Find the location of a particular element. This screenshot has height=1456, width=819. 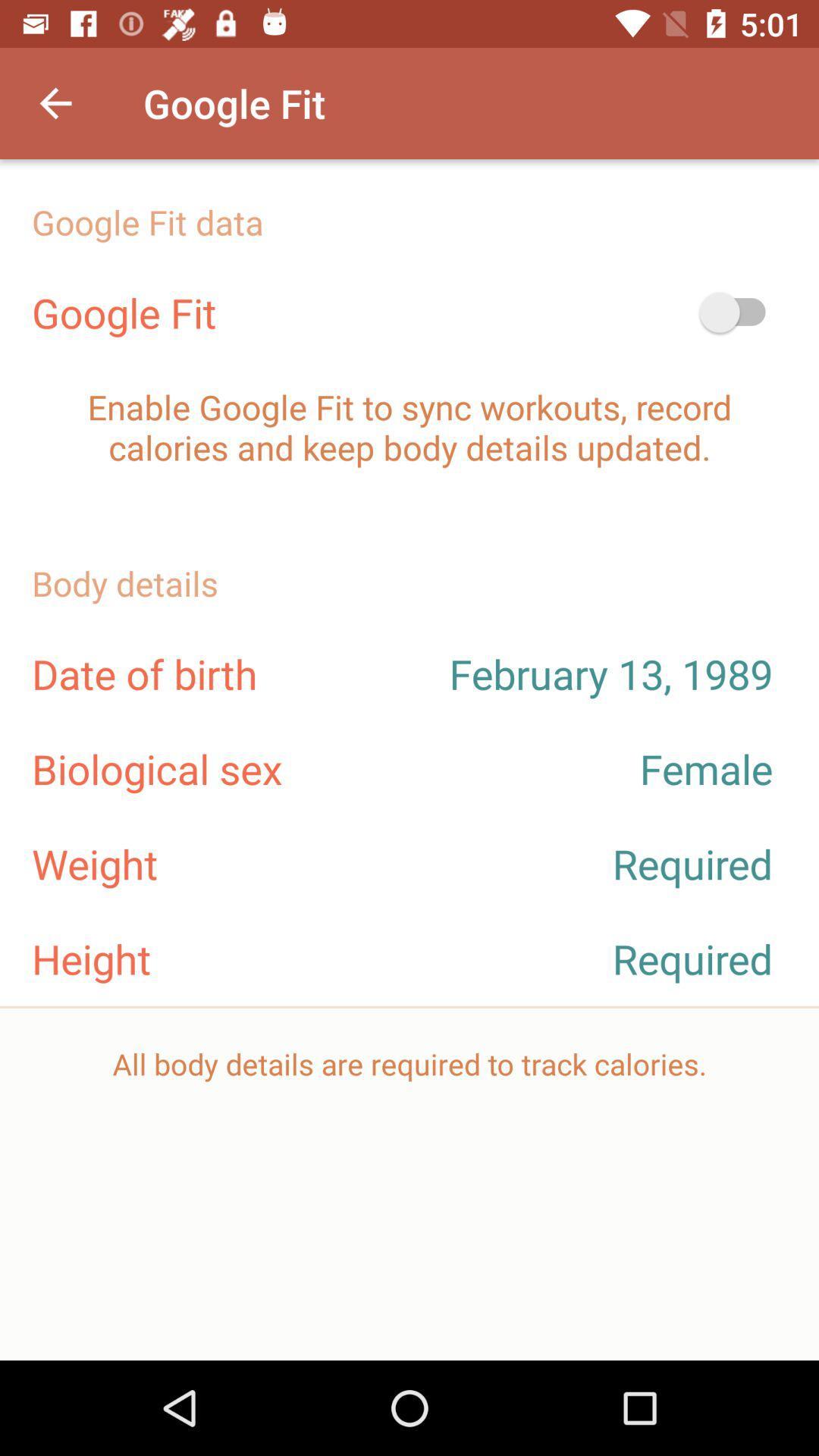

icon at the top right corner is located at coordinates (739, 312).